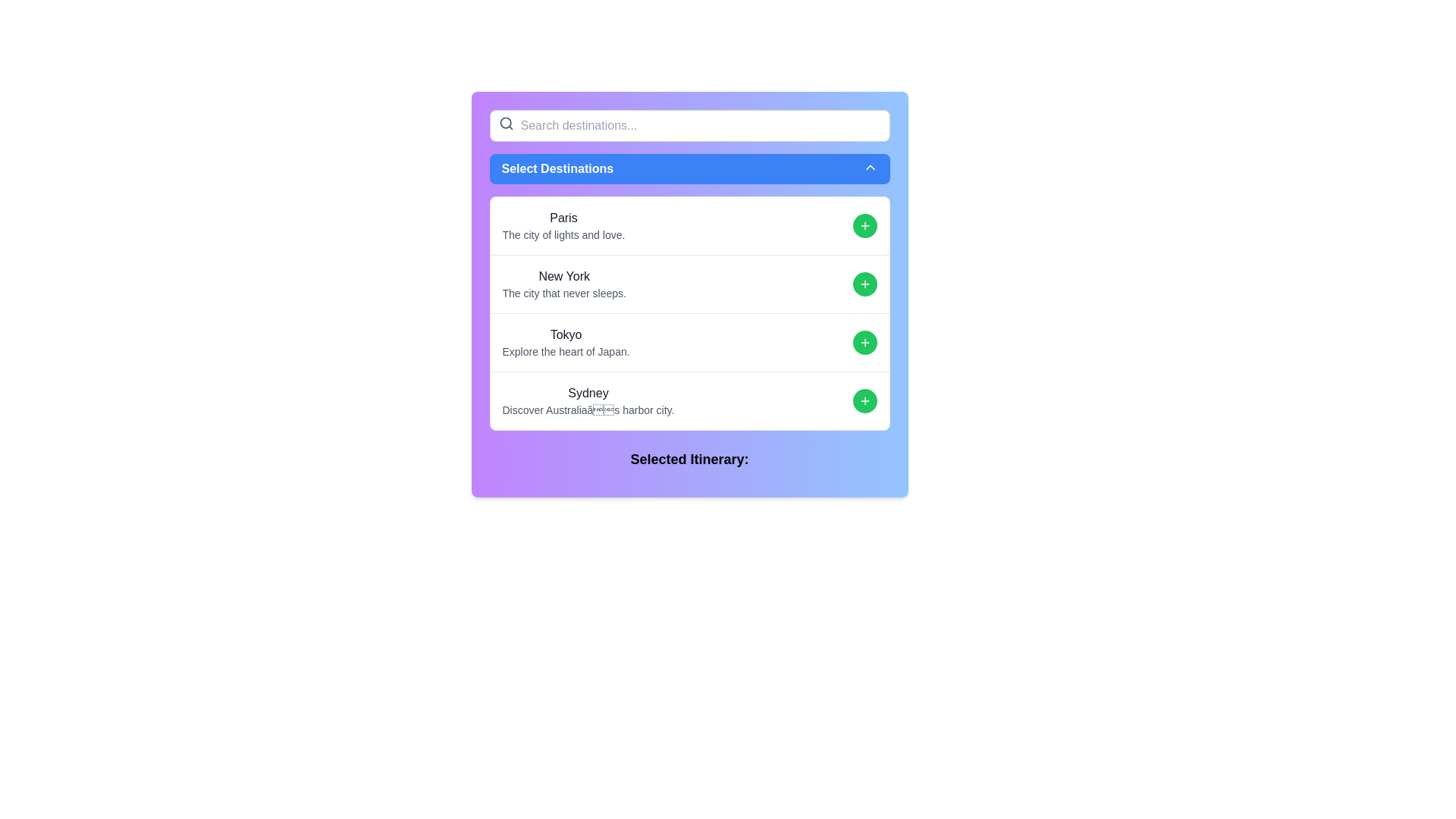 This screenshot has width=1456, height=819. I want to click on the search icon located at the top-left corner of the input field, which symbolizes the search functionality, so click(506, 122).